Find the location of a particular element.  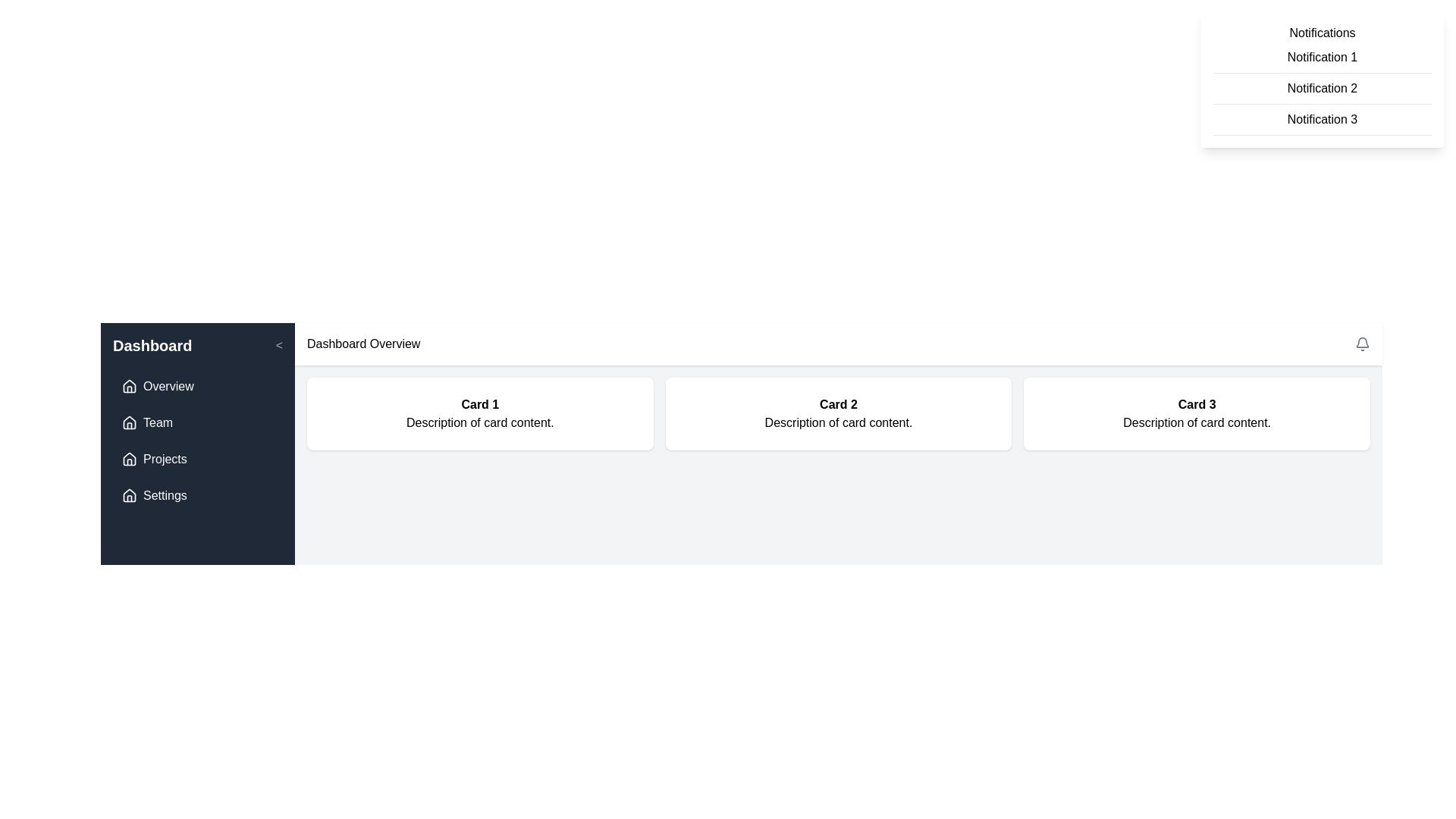

the 'Settings' text label in the dark blue sidebar menu is located at coordinates (165, 496).